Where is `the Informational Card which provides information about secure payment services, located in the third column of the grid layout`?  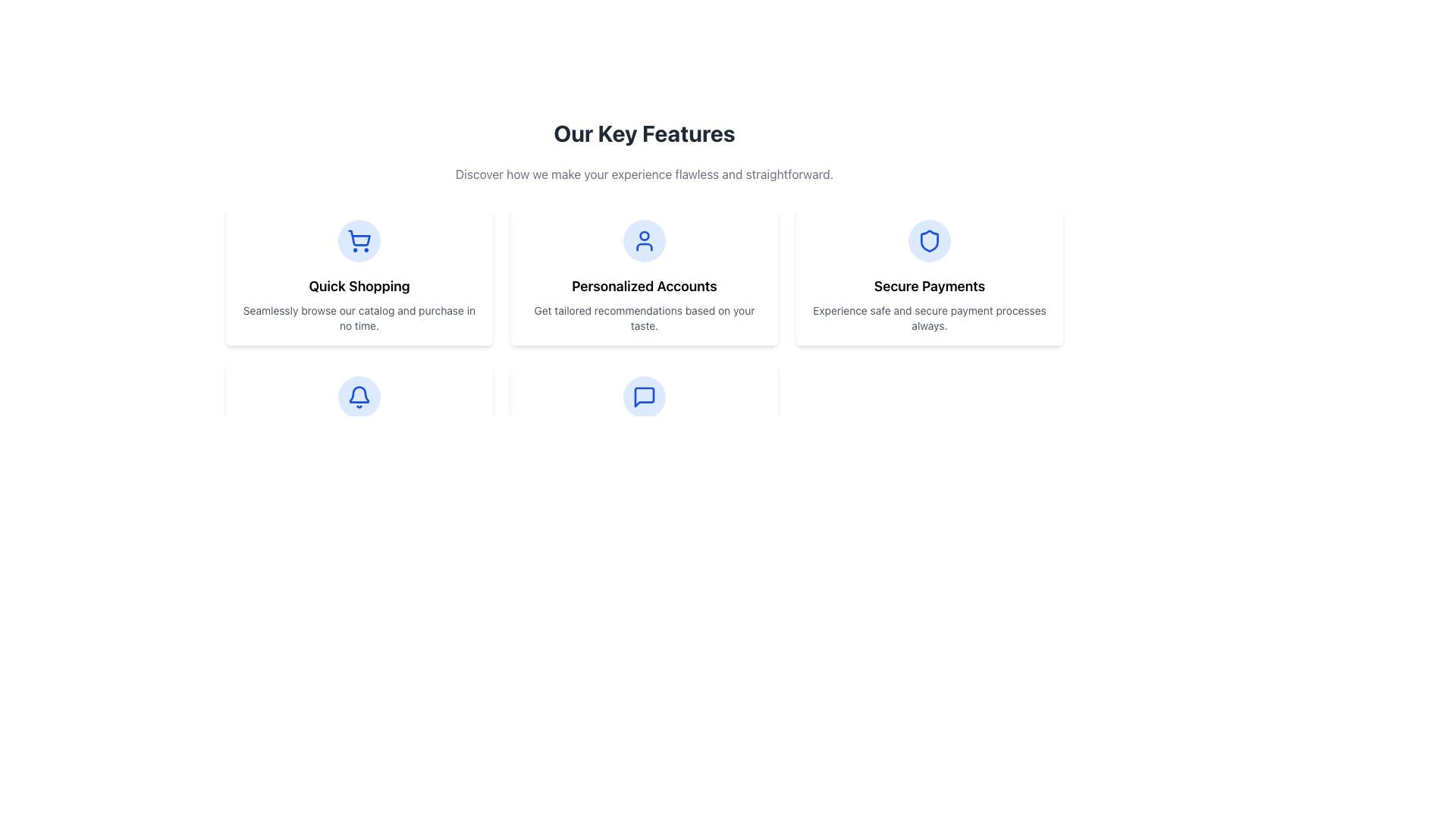 the Informational Card which provides information about secure payment services, located in the third column of the grid layout is located at coordinates (928, 277).